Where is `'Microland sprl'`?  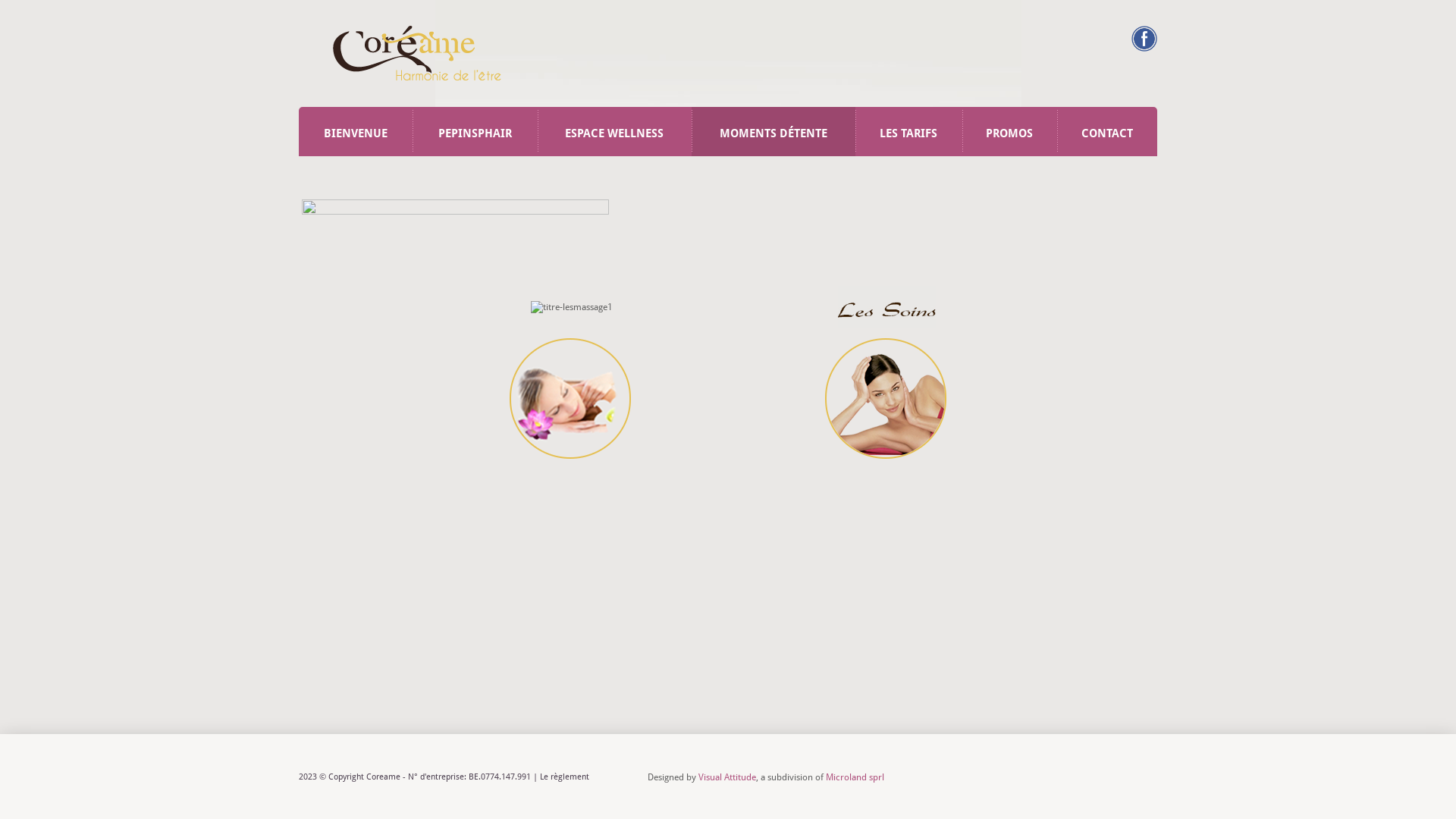 'Microland sprl' is located at coordinates (825, 777).